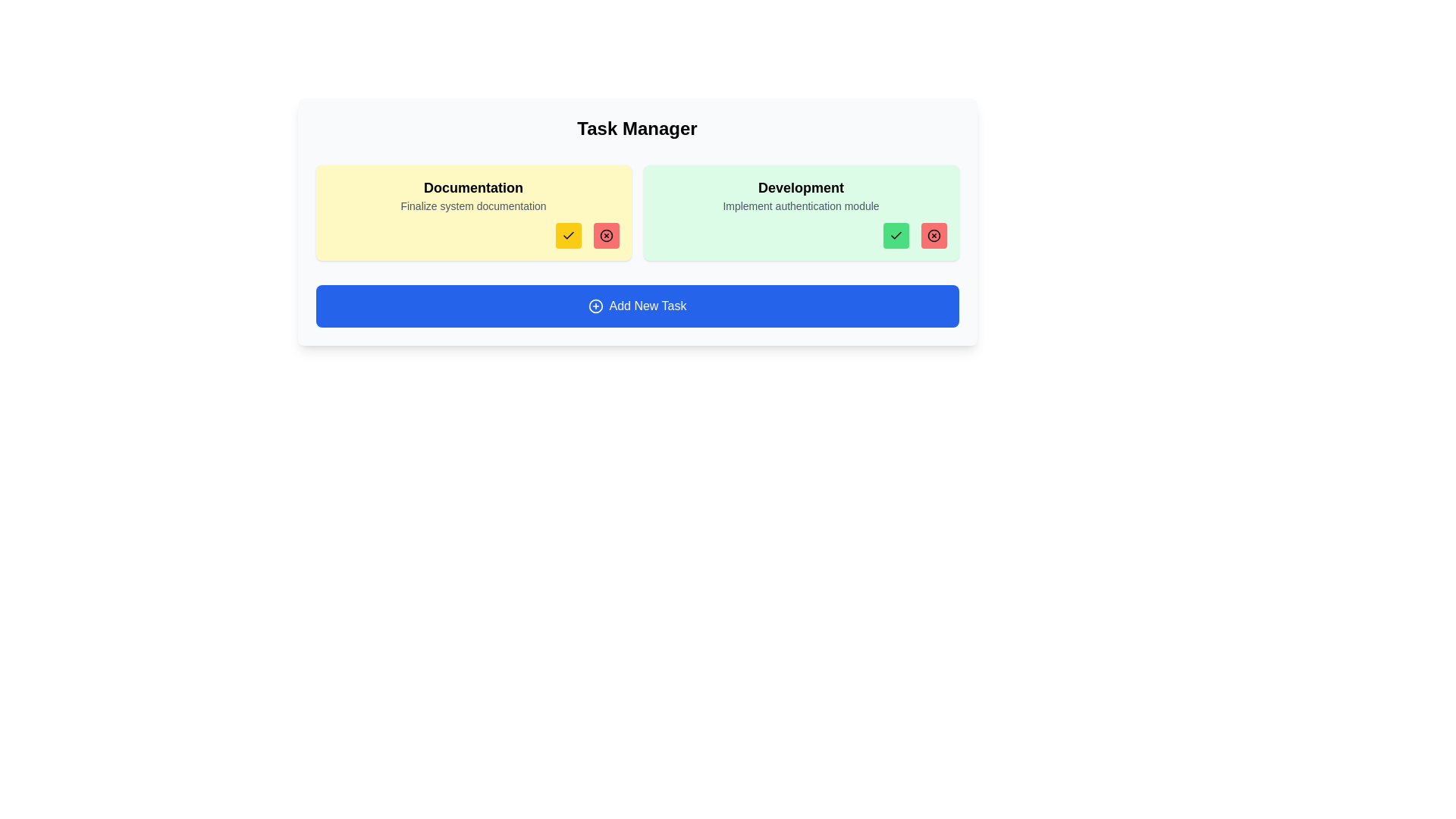 The width and height of the screenshot is (1456, 819). Describe the element at coordinates (472, 206) in the screenshot. I see `the informational text element located under the 'Documentation' section, which provides additional details about the task and is highlighted with a yellow background` at that location.